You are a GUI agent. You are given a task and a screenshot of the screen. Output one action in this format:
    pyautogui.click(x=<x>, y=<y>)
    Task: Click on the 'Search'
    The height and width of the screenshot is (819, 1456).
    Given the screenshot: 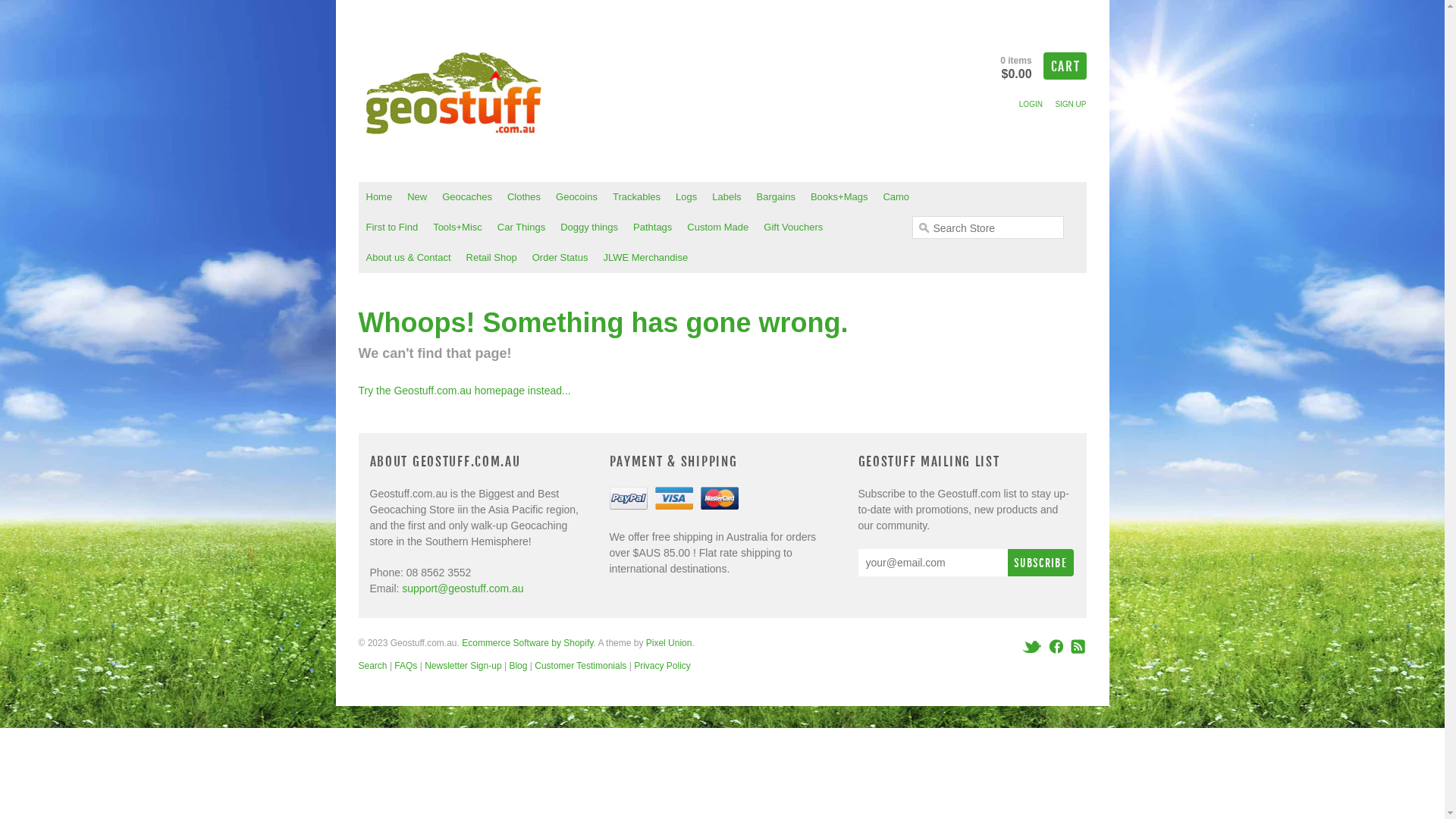 What is the action you would take?
    pyautogui.click(x=356, y=665)
    